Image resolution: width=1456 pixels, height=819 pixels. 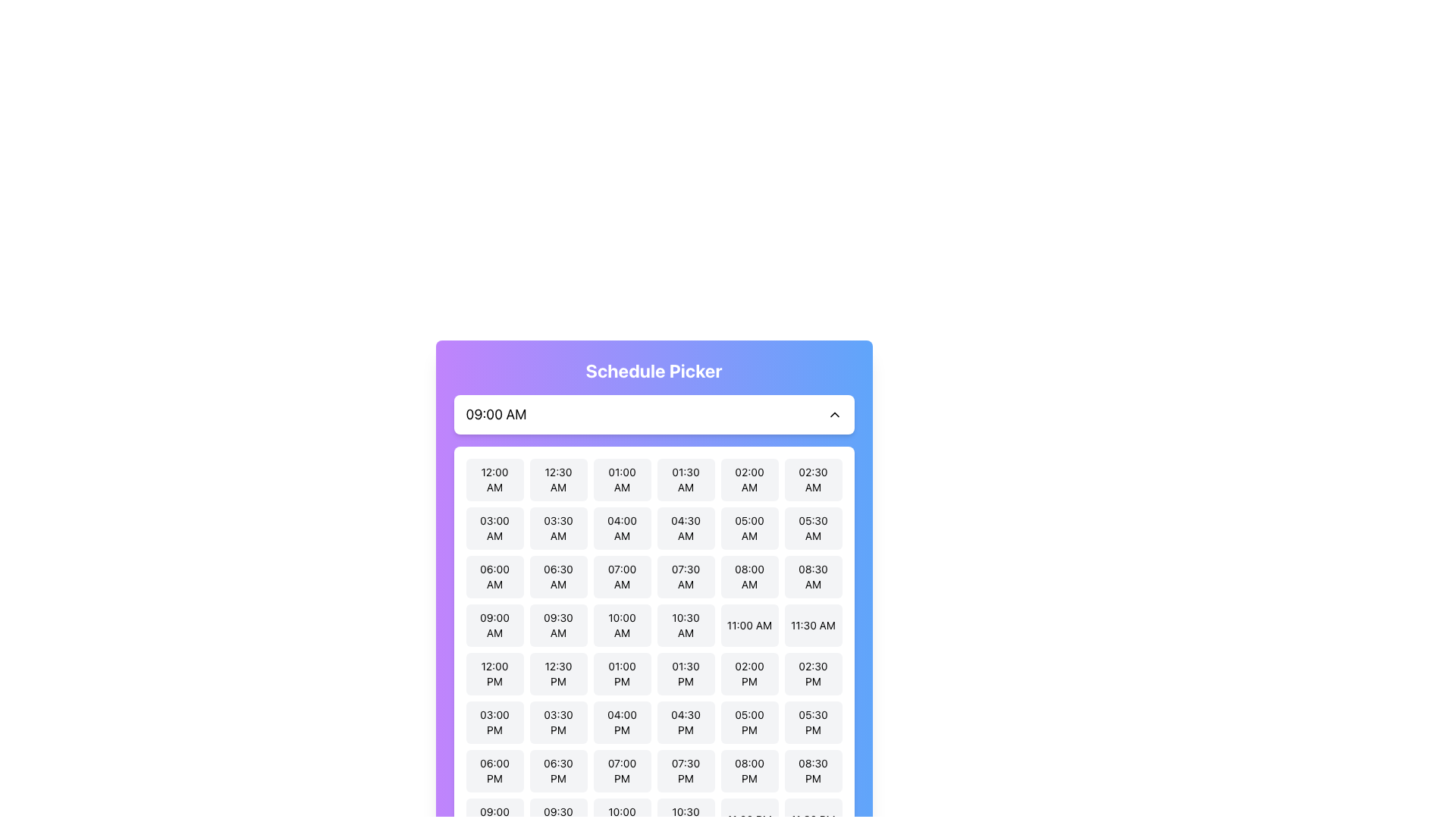 What do you see at coordinates (685, 576) in the screenshot?
I see `the rectangular button labeled '07:30 AM' with a light gray background` at bounding box center [685, 576].